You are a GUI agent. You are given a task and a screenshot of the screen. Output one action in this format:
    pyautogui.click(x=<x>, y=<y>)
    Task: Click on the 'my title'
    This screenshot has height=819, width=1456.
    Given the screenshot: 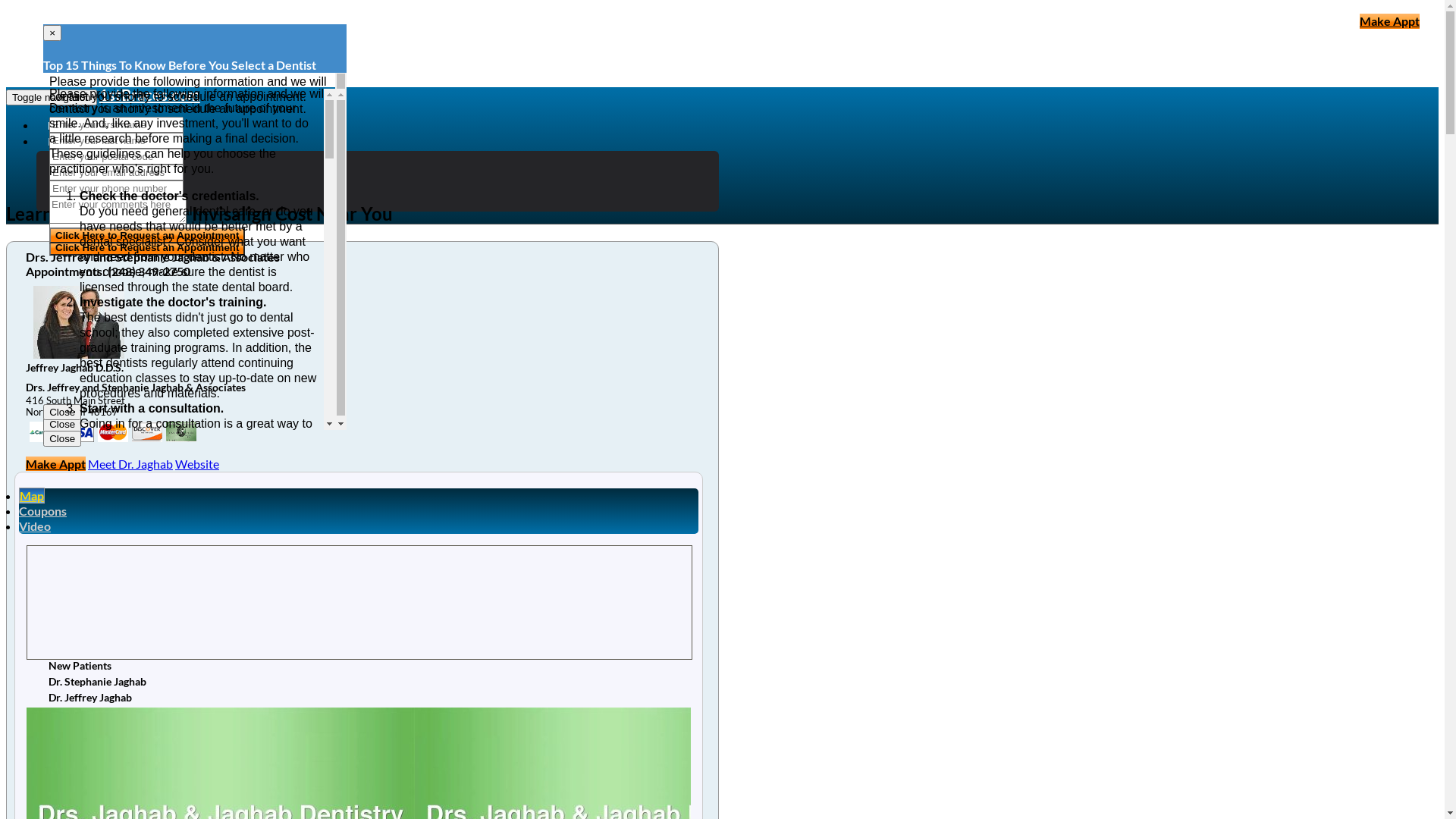 What is the action you would take?
    pyautogui.click(x=111, y=431)
    